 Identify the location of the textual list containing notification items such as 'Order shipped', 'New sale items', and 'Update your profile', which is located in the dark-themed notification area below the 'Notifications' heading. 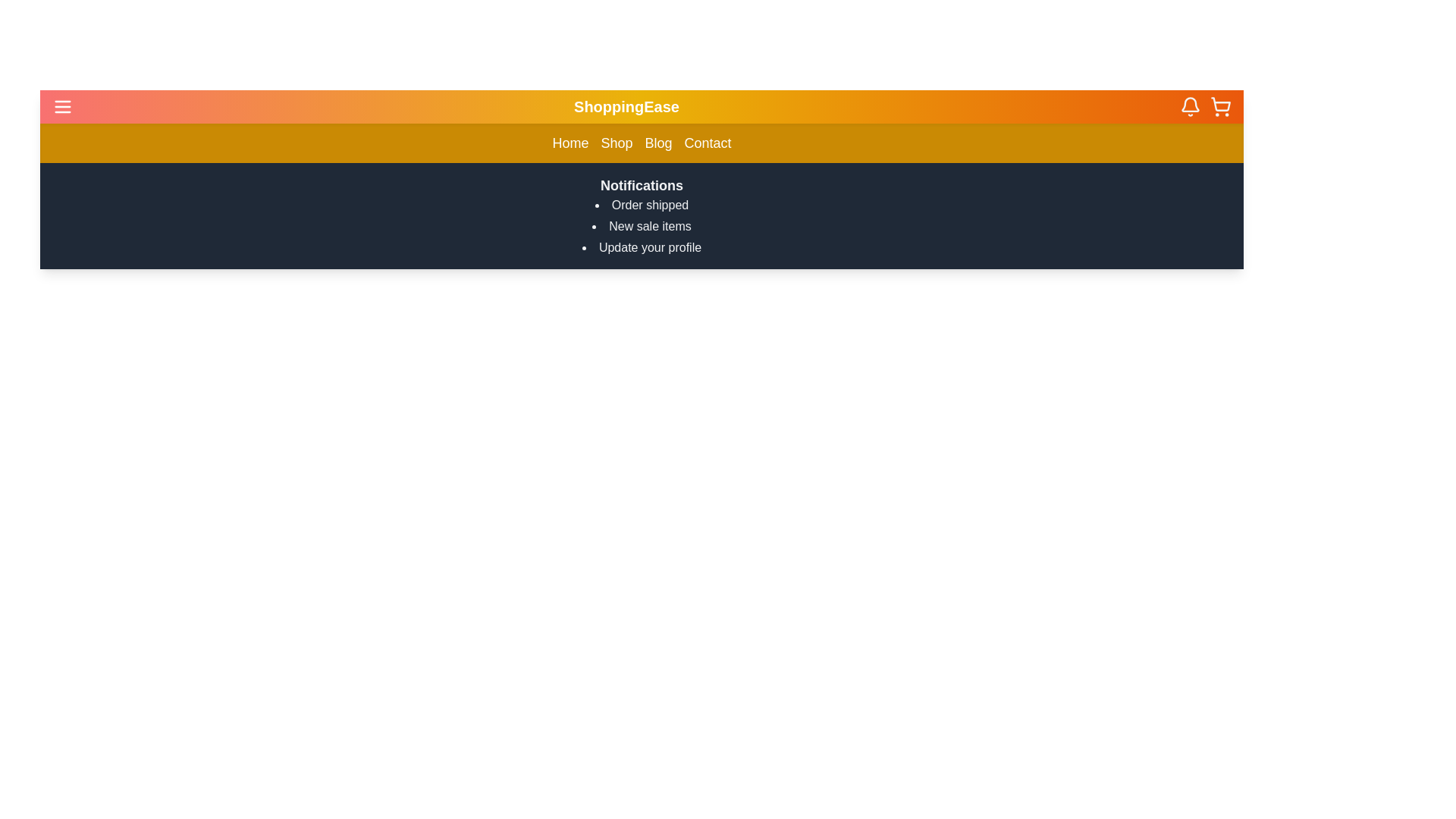
(642, 227).